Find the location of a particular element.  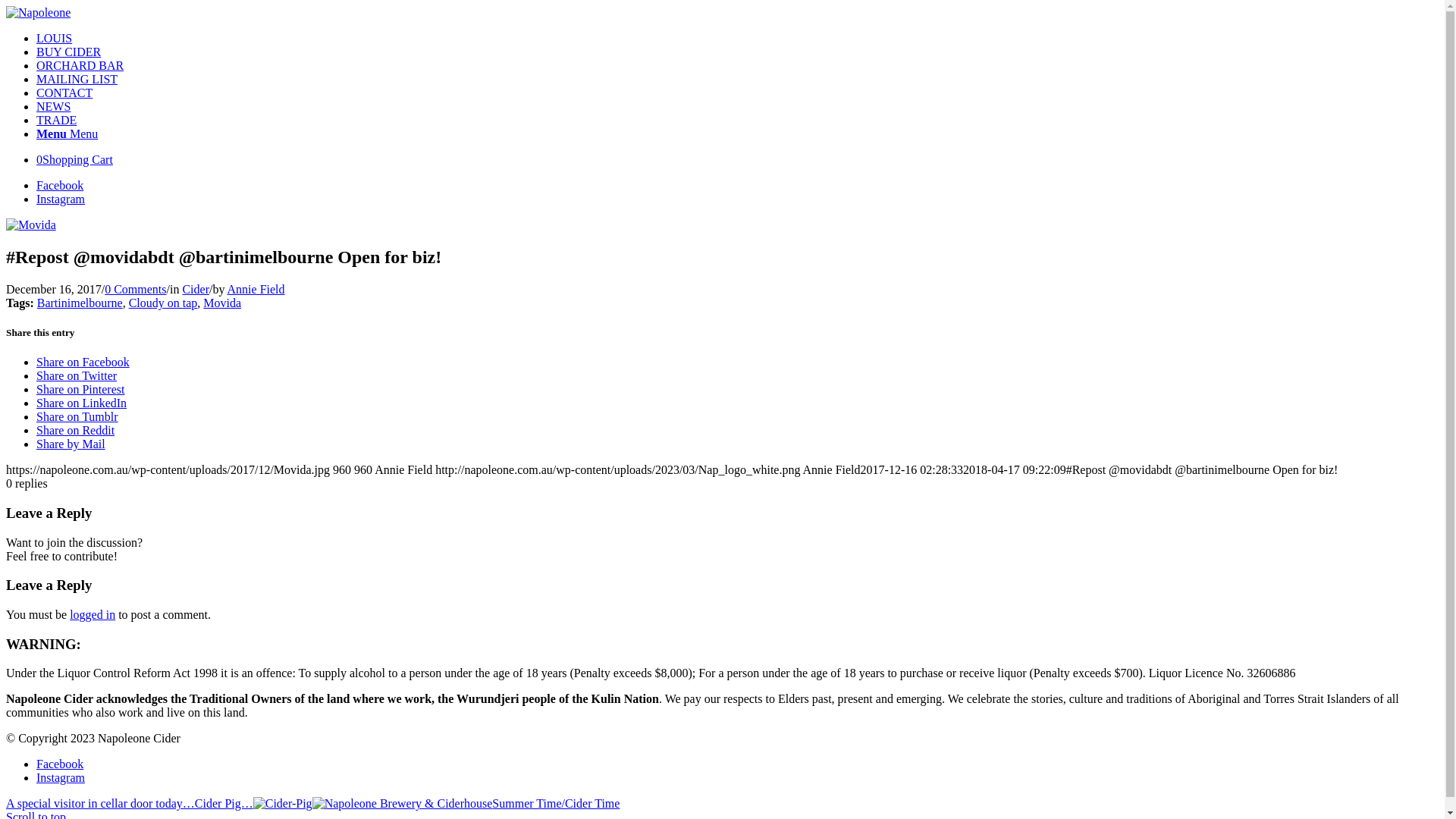

'Cloudy on tap' is located at coordinates (163, 303).